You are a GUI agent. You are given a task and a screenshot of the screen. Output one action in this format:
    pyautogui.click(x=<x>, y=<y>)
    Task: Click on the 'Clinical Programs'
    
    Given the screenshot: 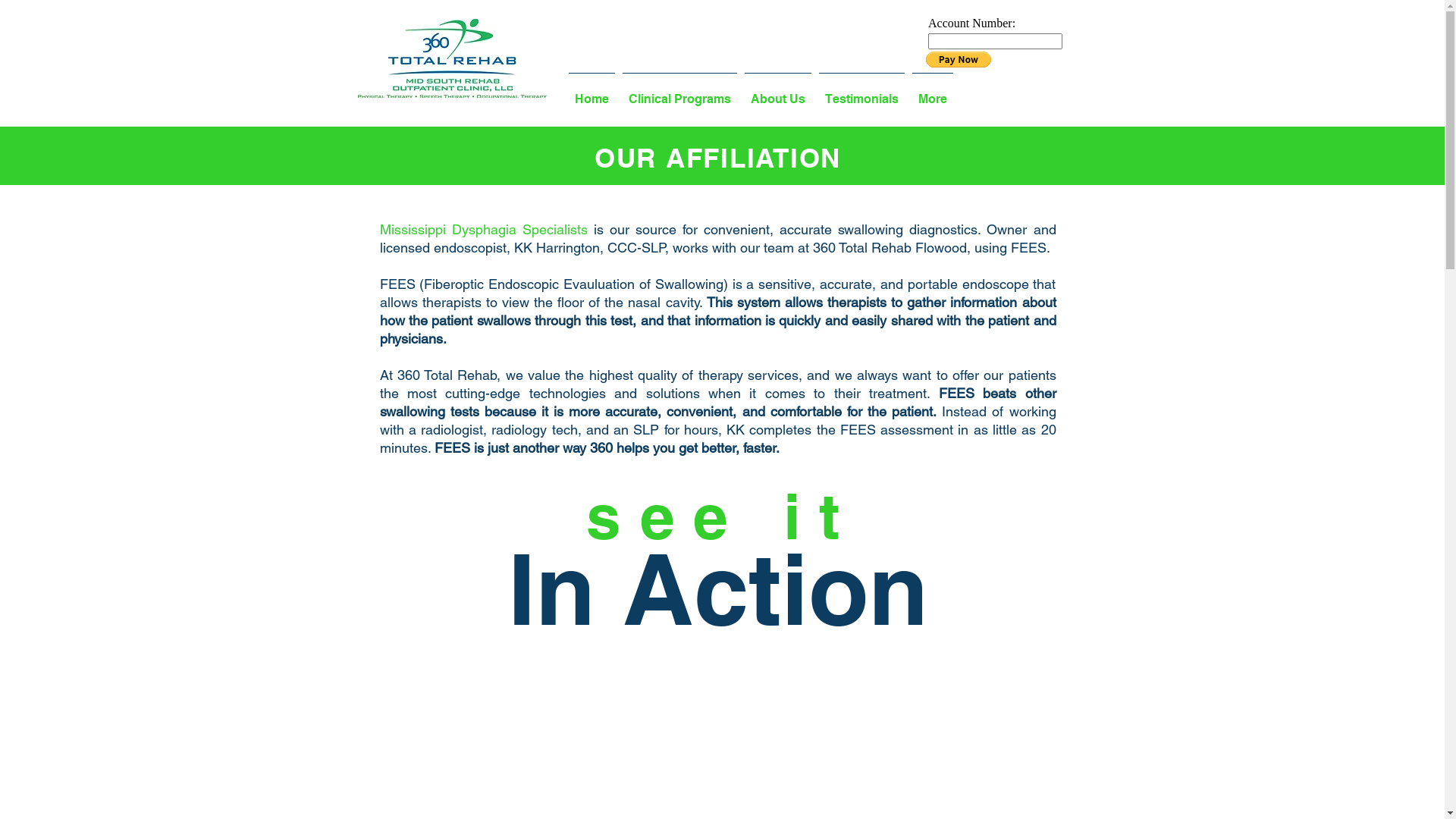 What is the action you would take?
    pyautogui.click(x=679, y=92)
    